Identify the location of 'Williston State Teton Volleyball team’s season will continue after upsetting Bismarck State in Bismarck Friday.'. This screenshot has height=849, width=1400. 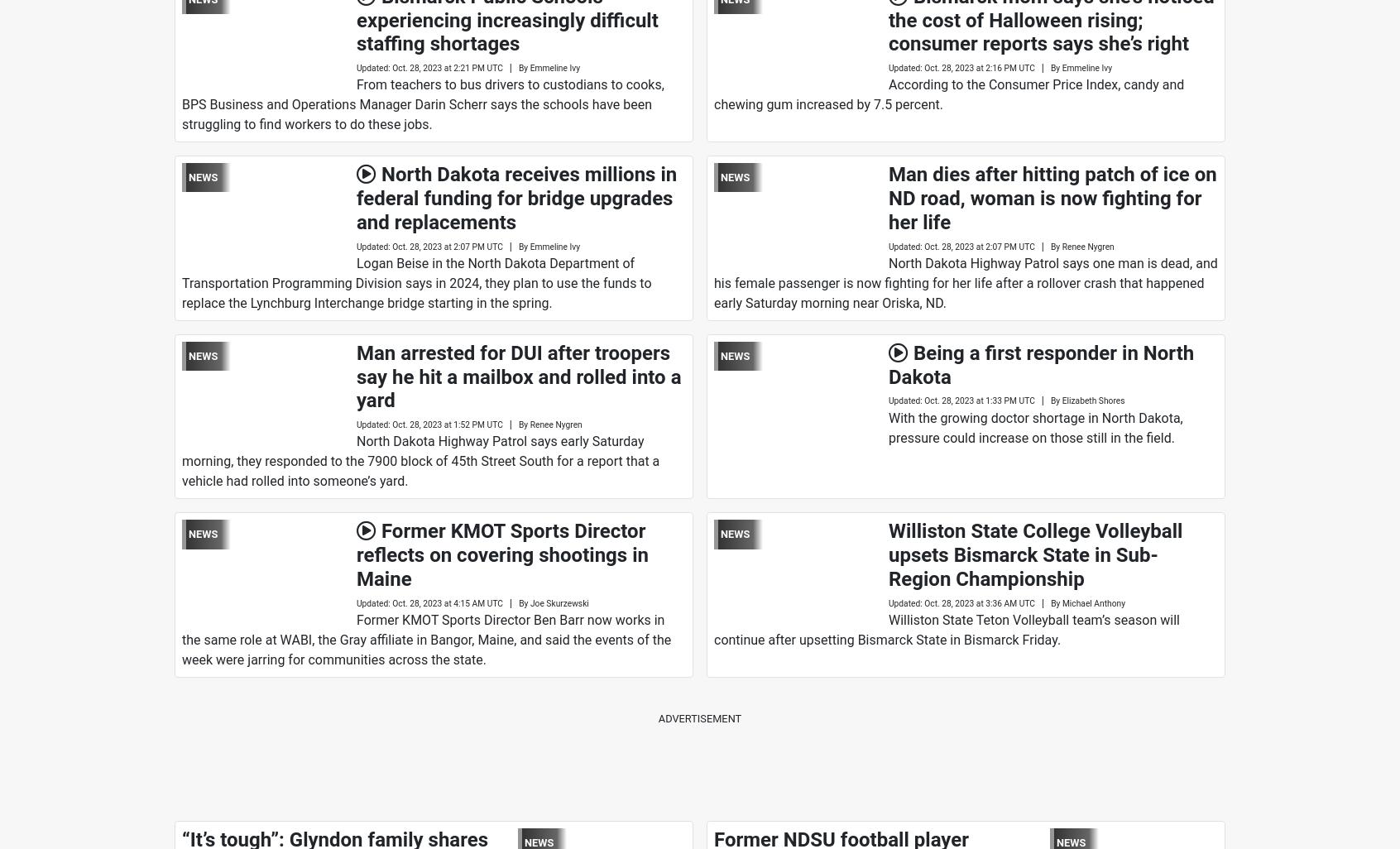
(945, 630).